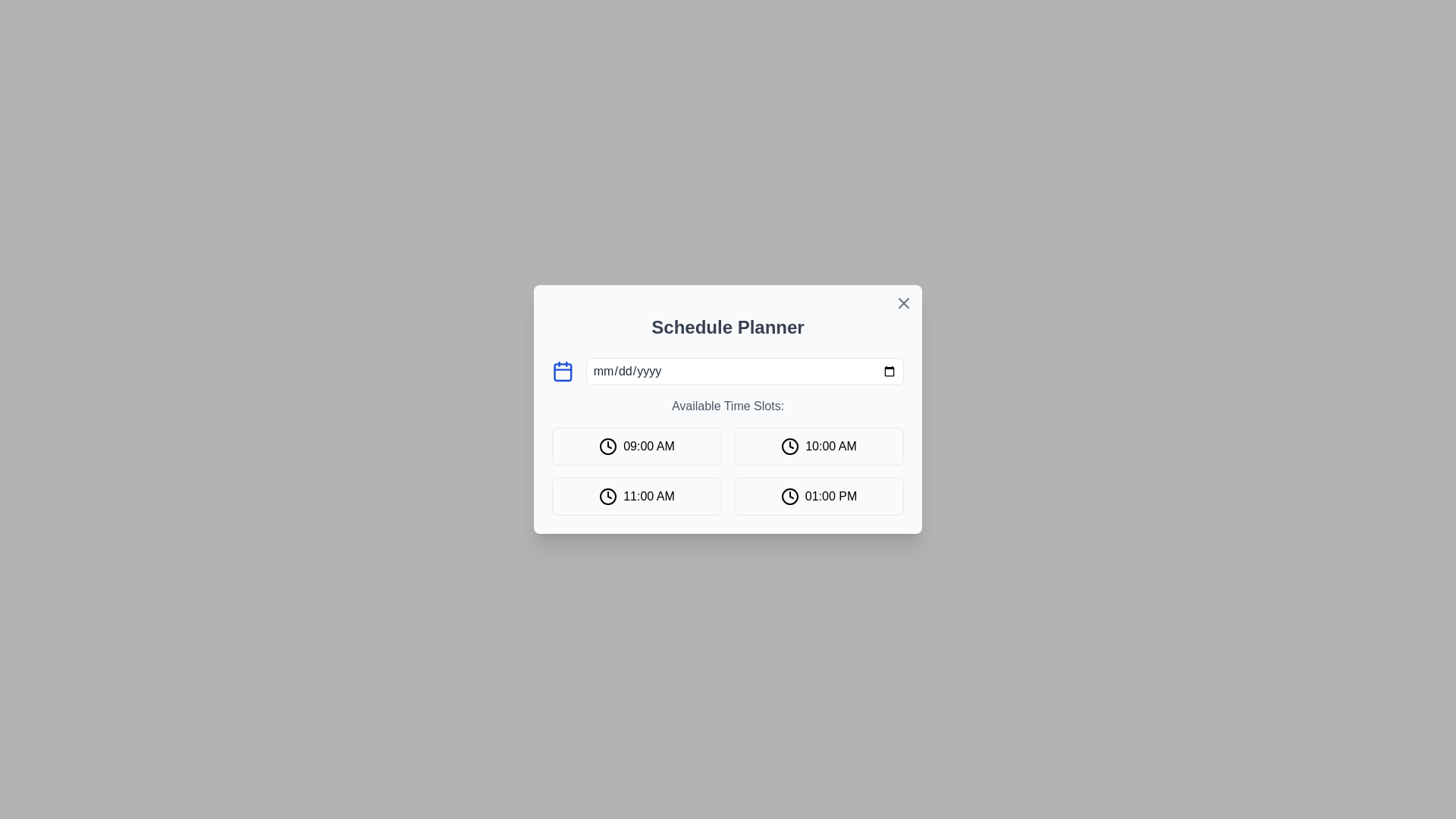  I want to click on the selectable time slot button for '09:00 AM' in the 'Available Time Slots' section of the 'Schedule Planner' modal, so click(637, 446).